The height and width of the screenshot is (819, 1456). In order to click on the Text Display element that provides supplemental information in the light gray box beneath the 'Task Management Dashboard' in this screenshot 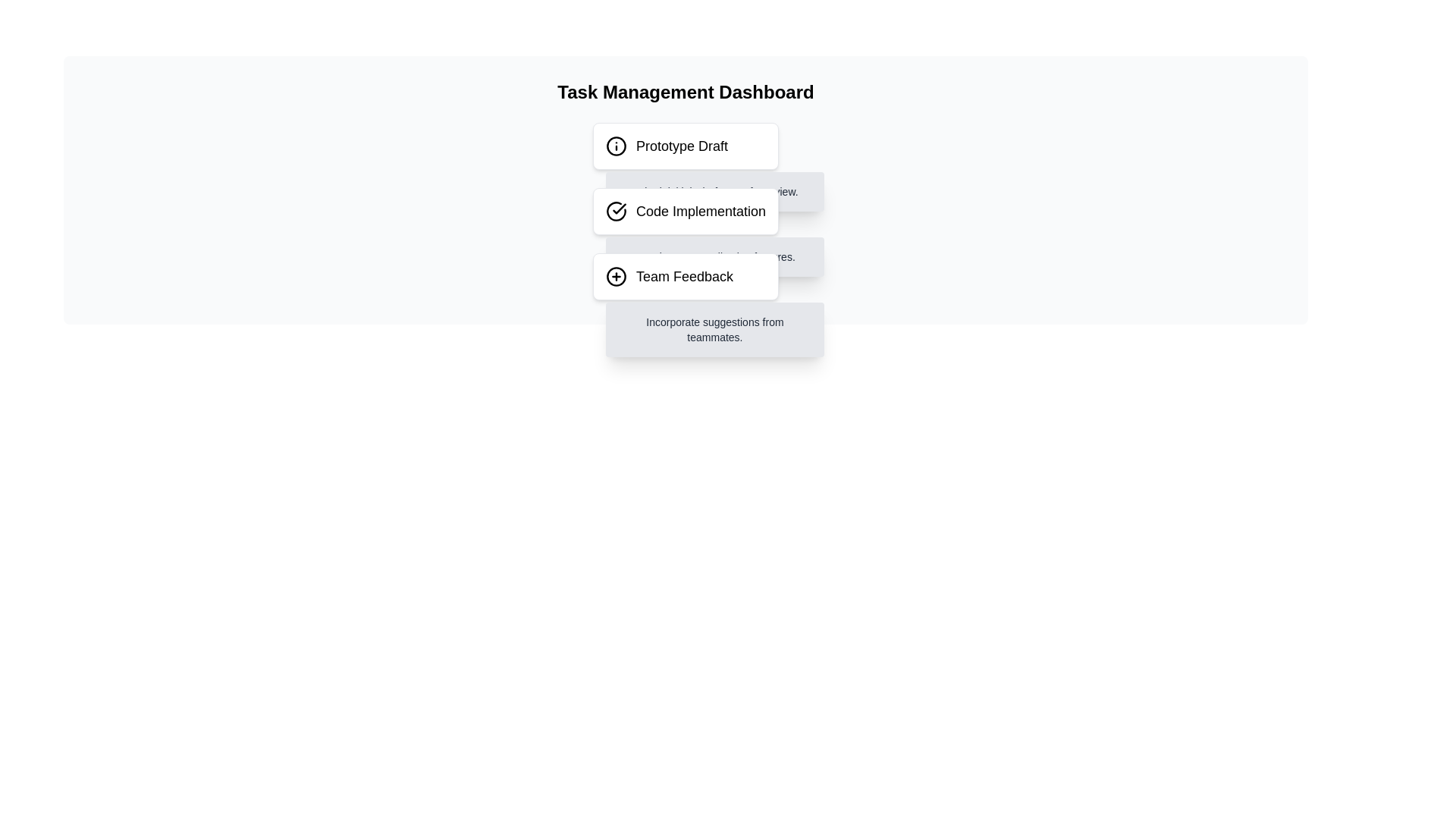, I will do `click(714, 329)`.